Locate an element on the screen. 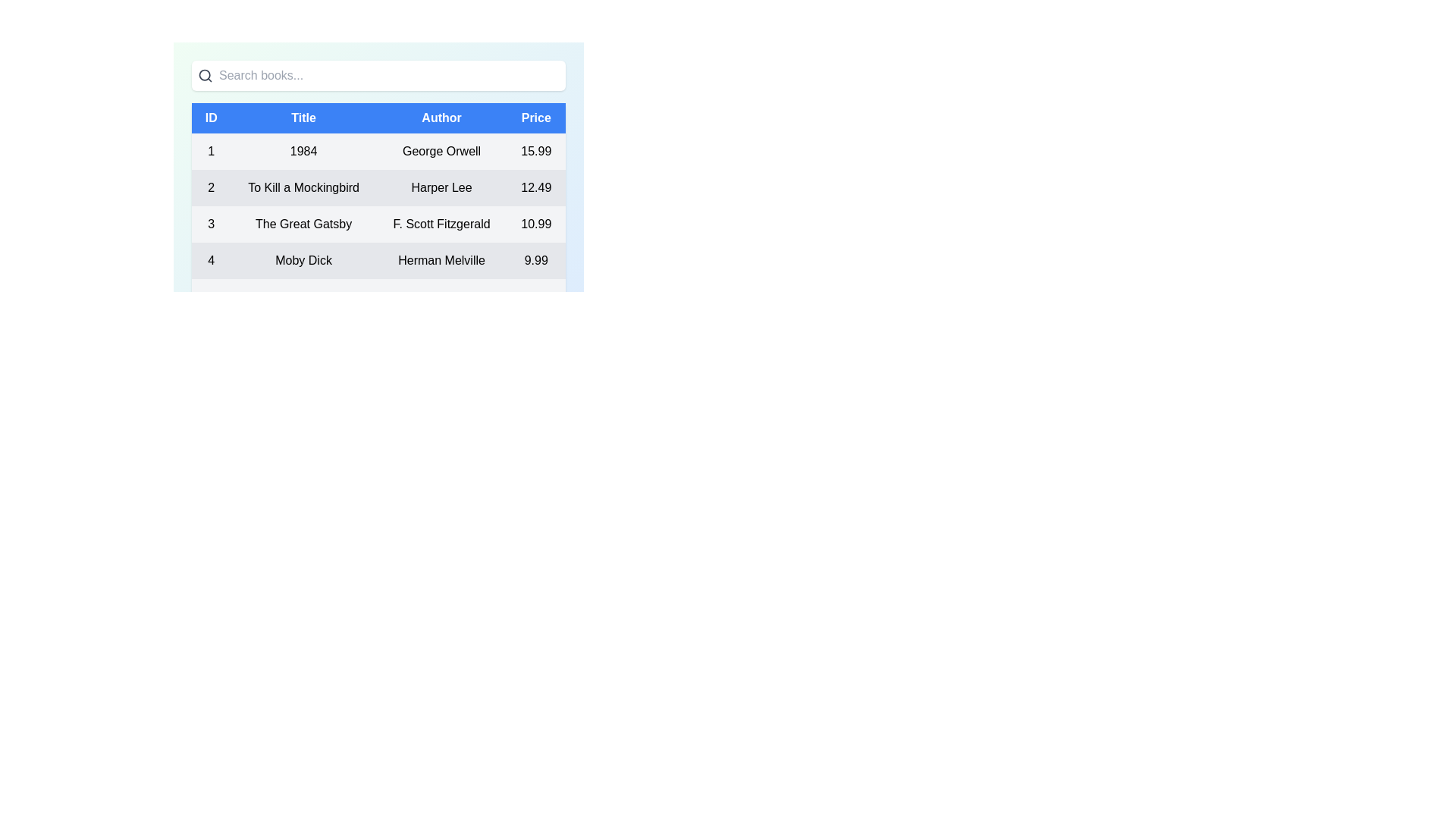 The width and height of the screenshot is (1456, 819). the text label displaying '1984' located in the second column of a table, under the 'Title' column header is located at coordinates (303, 152).